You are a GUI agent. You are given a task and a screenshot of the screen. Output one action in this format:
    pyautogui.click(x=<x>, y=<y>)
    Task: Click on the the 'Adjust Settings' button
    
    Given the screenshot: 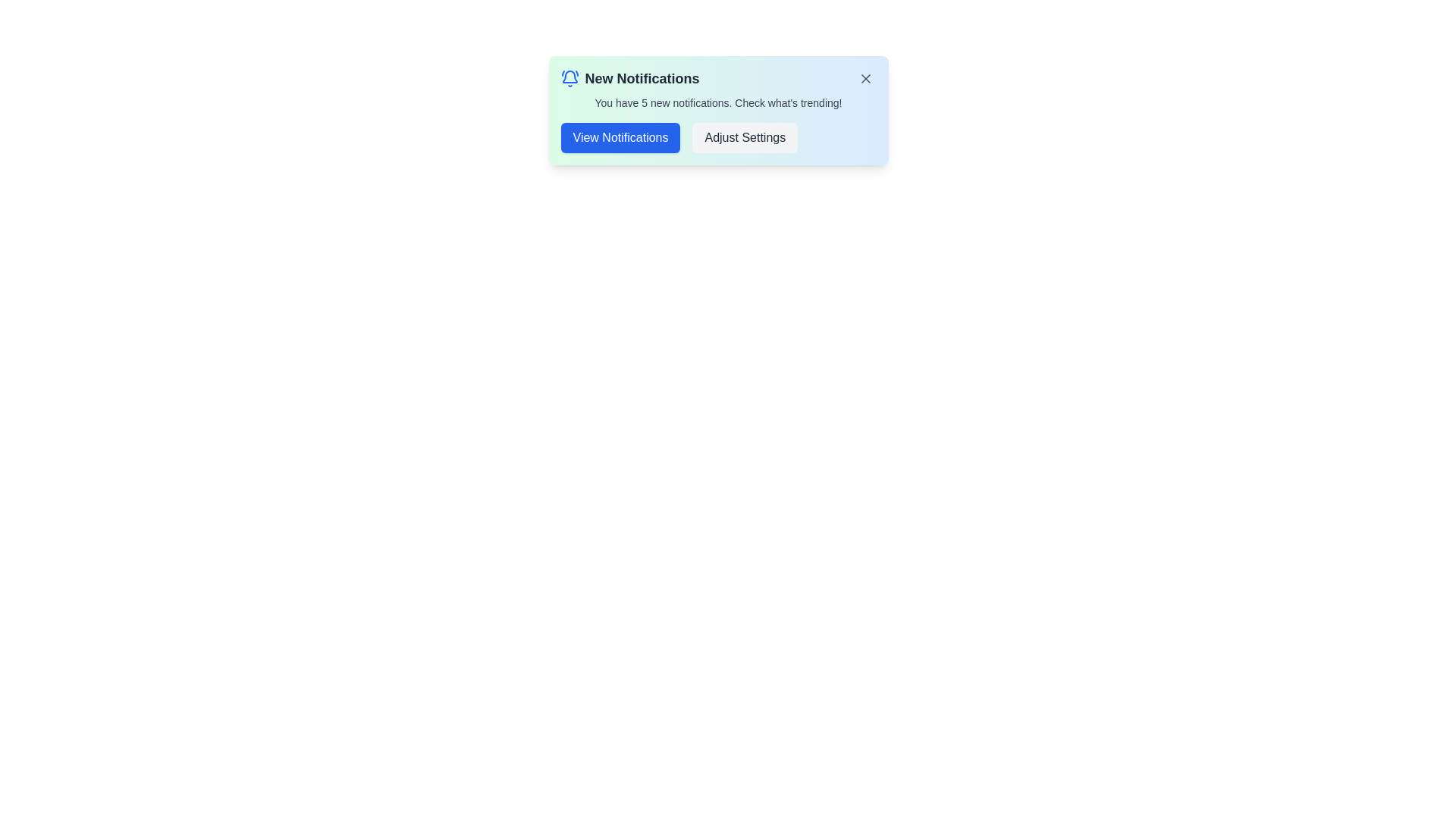 What is the action you would take?
    pyautogui.click(x=745, y=137)
    